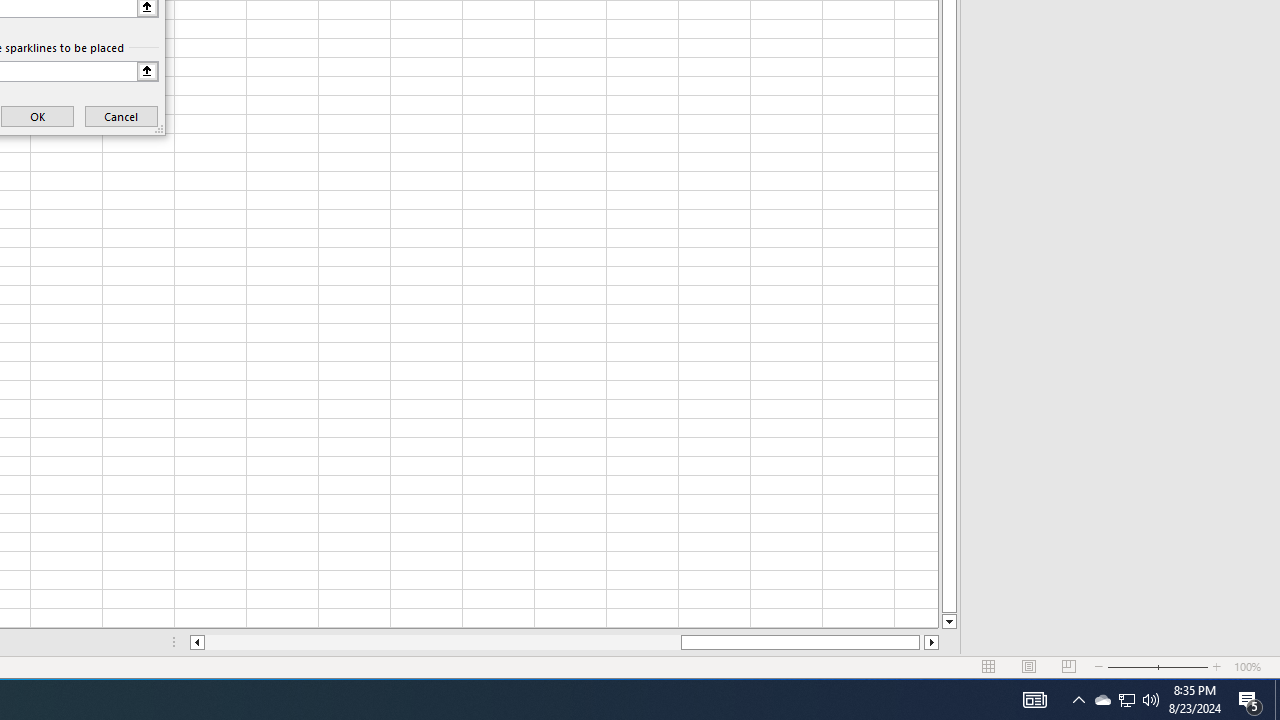  Describe the element at coordinates (1158, 667) in the screenshot. I see `'Zoom'` at that location.